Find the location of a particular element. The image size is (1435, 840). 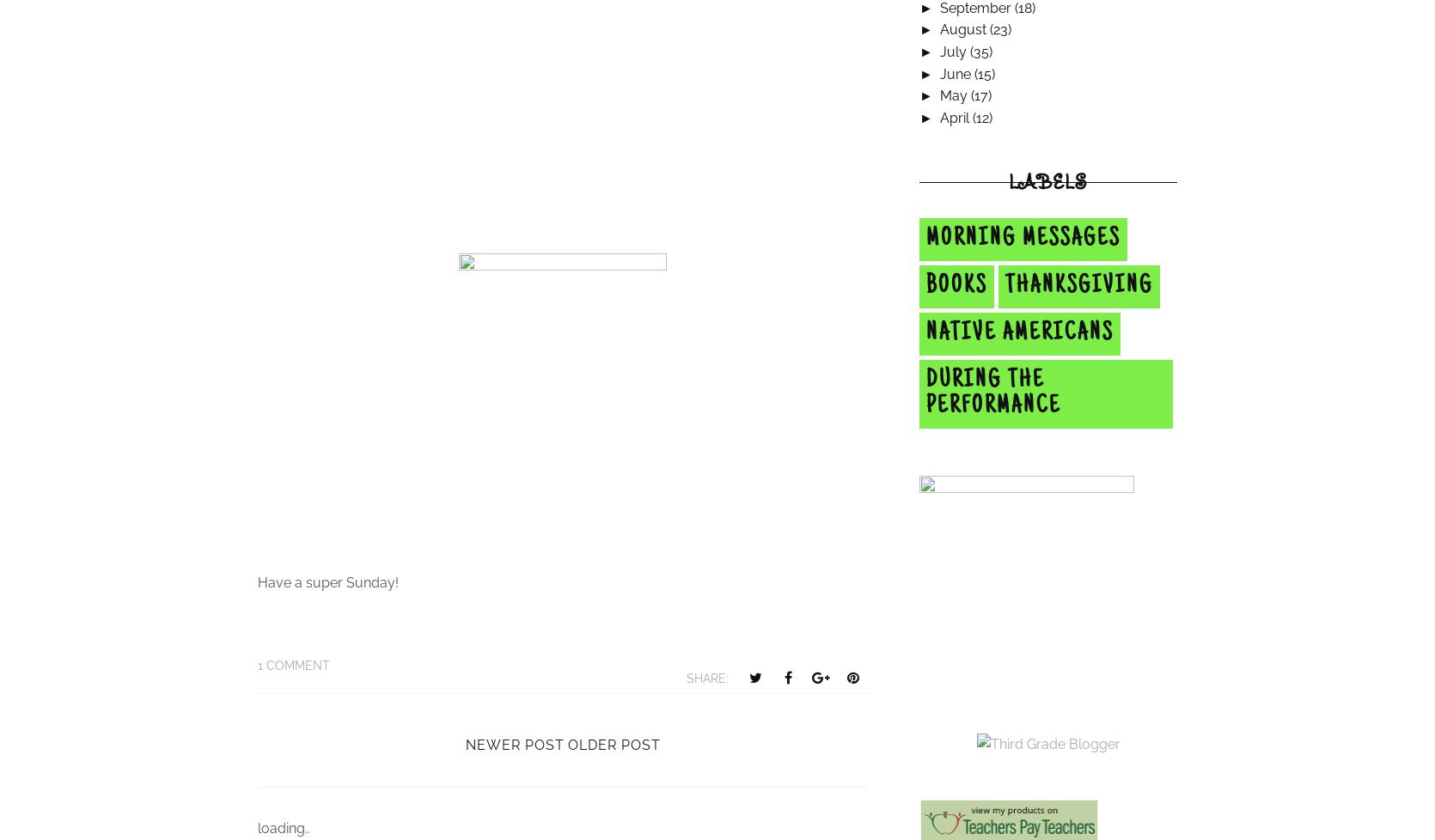

'Books' is located at coordinates (956, 285).